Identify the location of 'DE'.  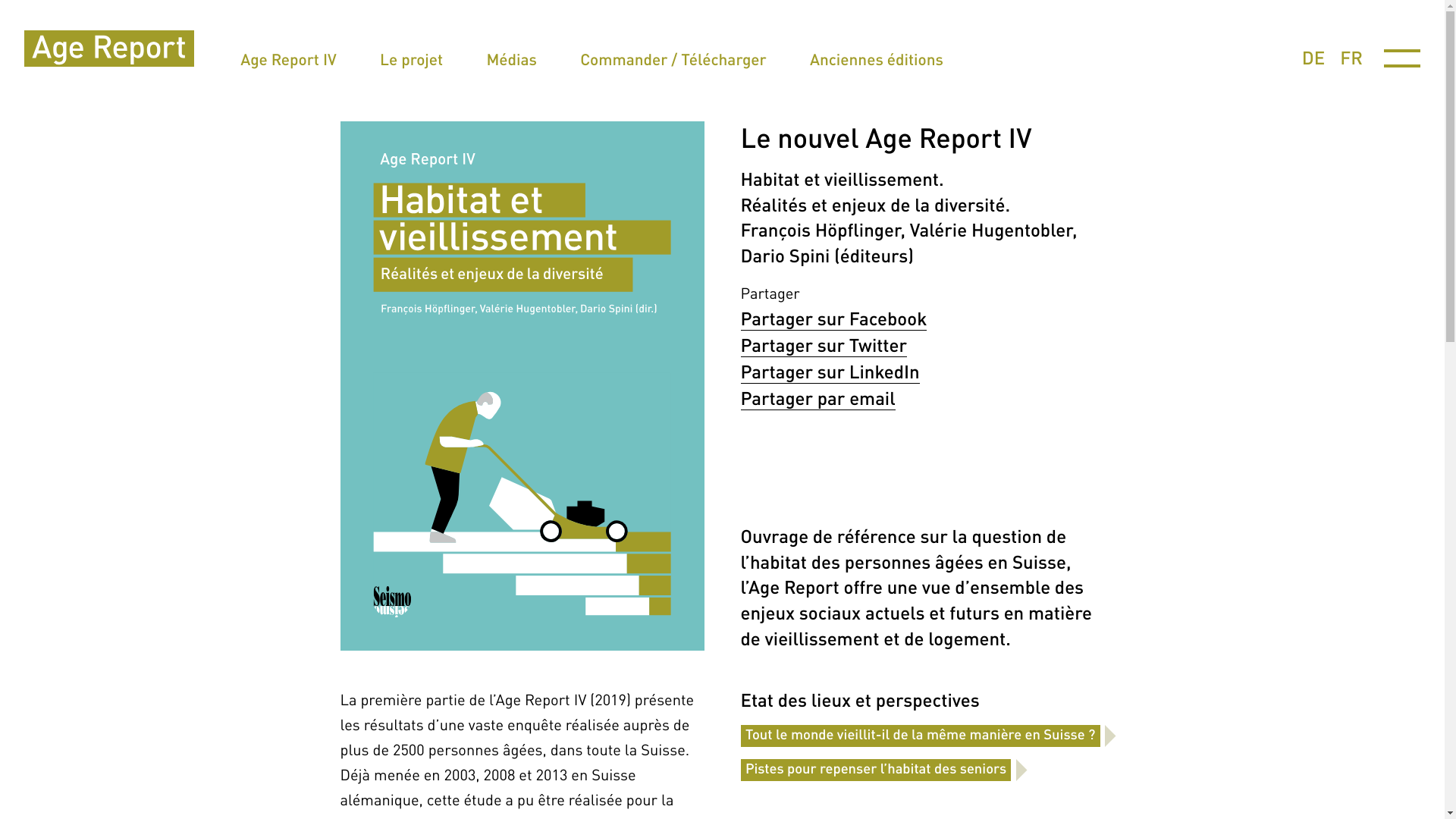
(1313, 56).